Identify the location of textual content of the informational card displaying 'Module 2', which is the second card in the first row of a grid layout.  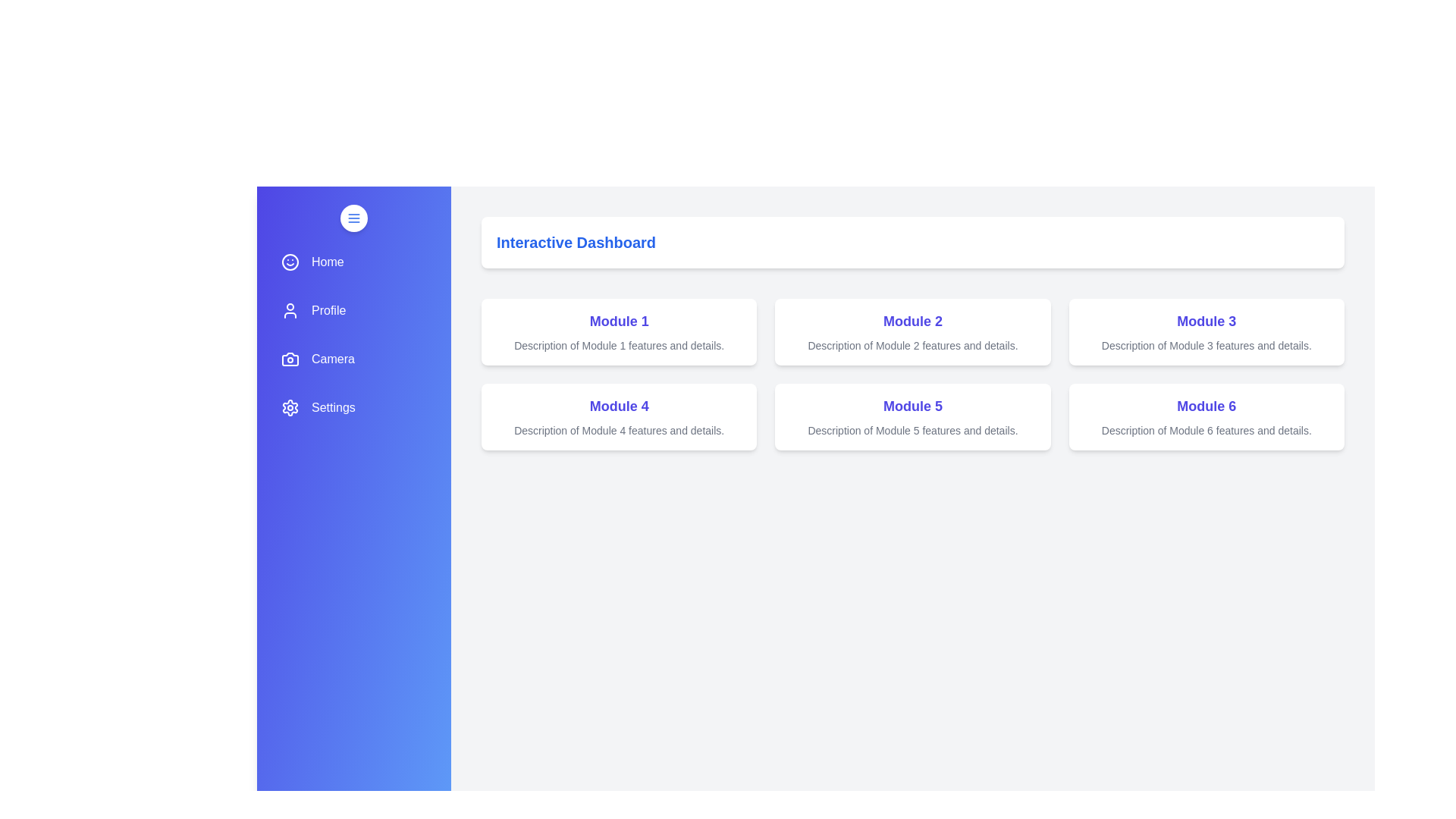
(912, 331).